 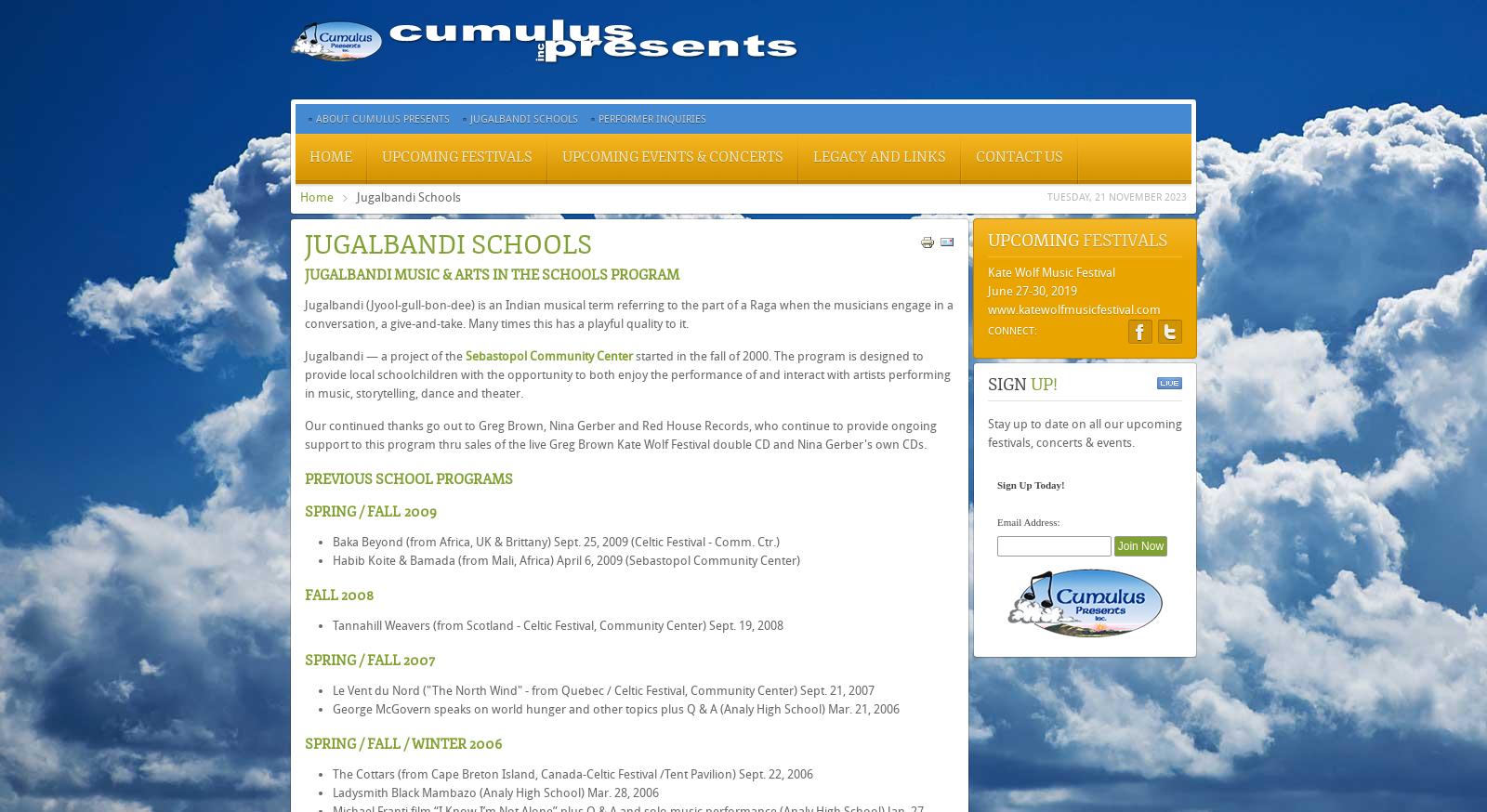 I want to click on 'Jugalbandi — a project of the', so click(x=384, y=356).